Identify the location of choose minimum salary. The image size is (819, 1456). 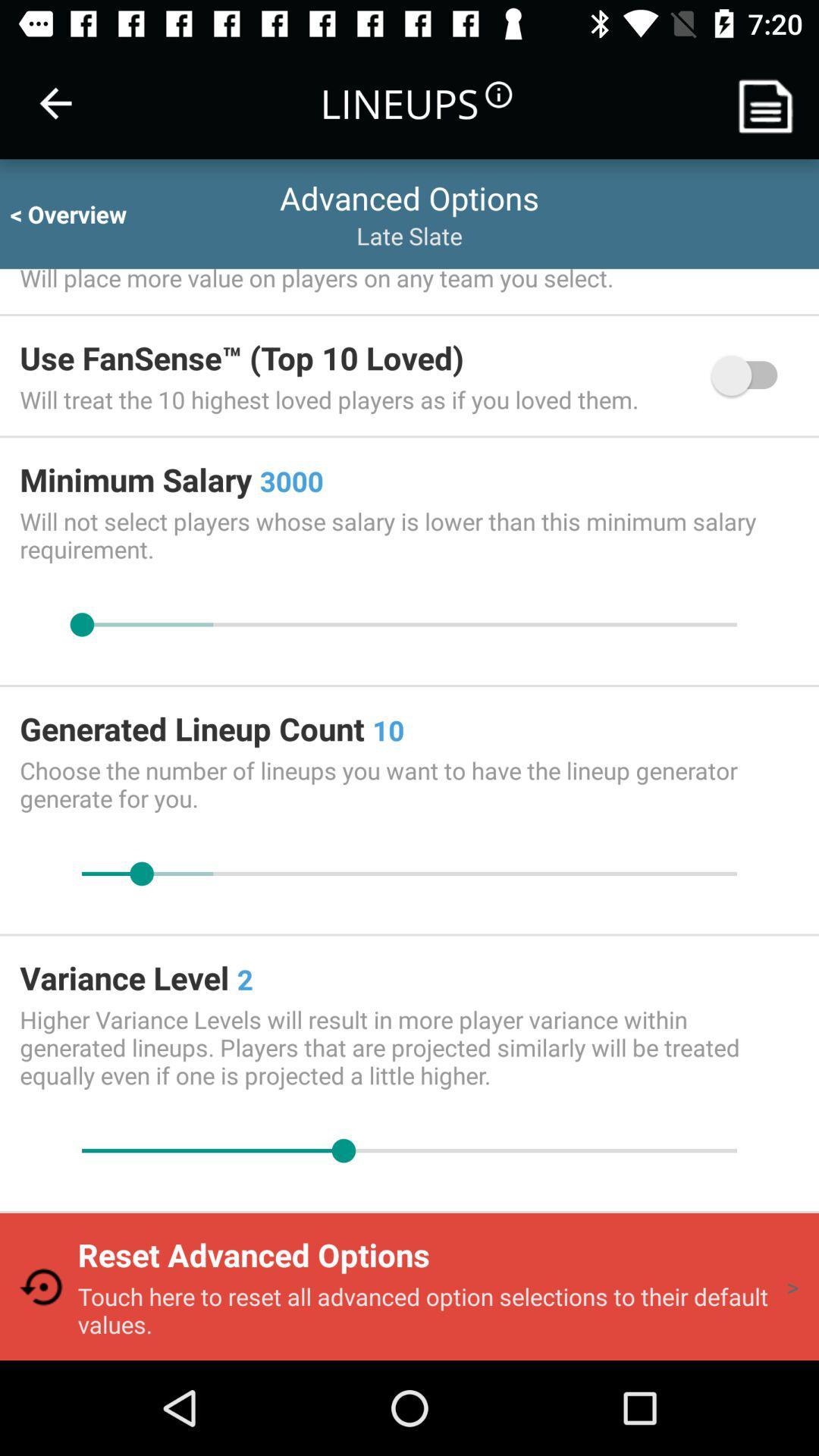
(409, 625).